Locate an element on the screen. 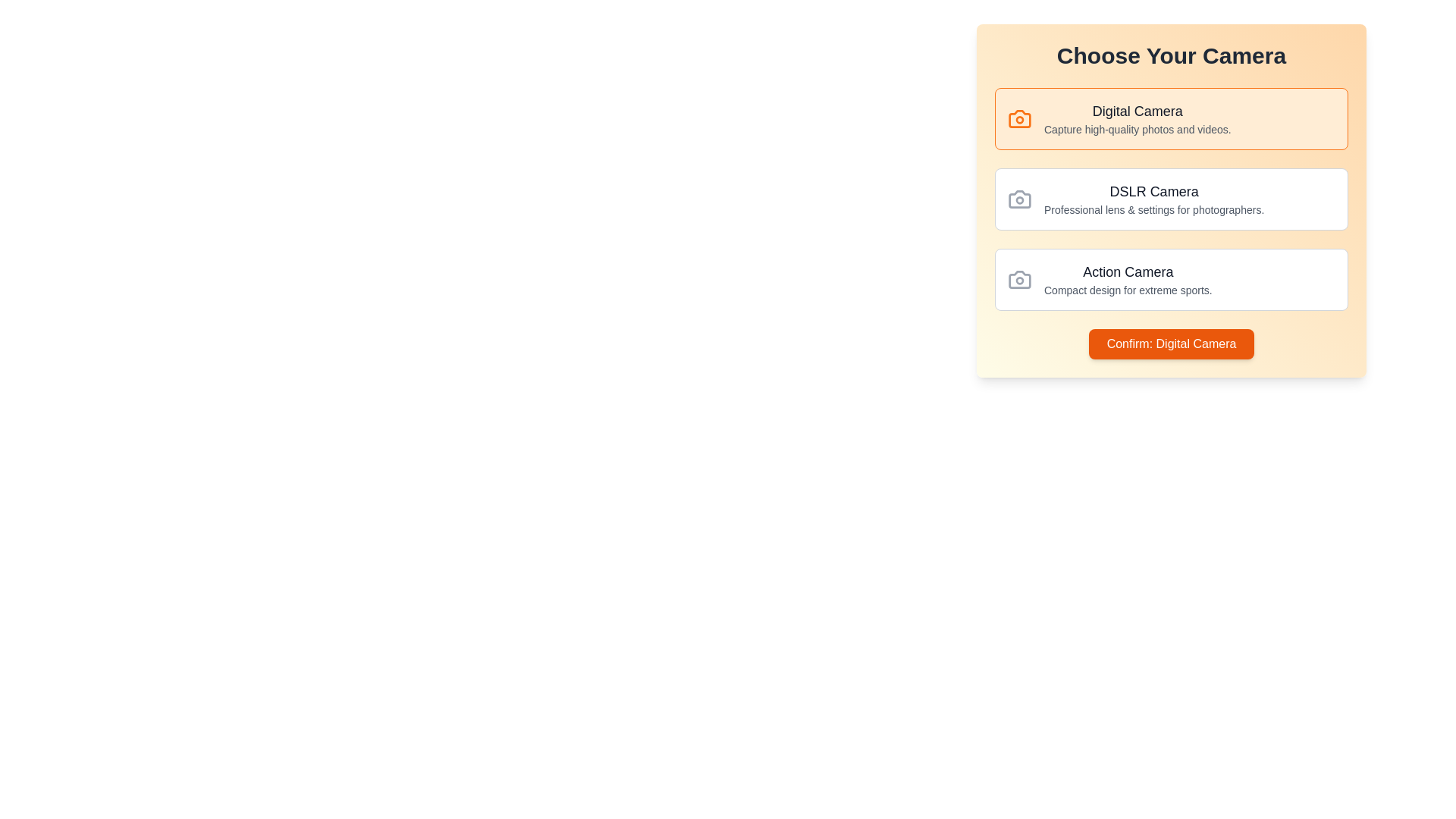 The image size is (1456, 819). the camera icon, which is styled in gray and located to the left of the 'Action Camera' text in the third selection of camera types is located at coordinates (1019, 280).